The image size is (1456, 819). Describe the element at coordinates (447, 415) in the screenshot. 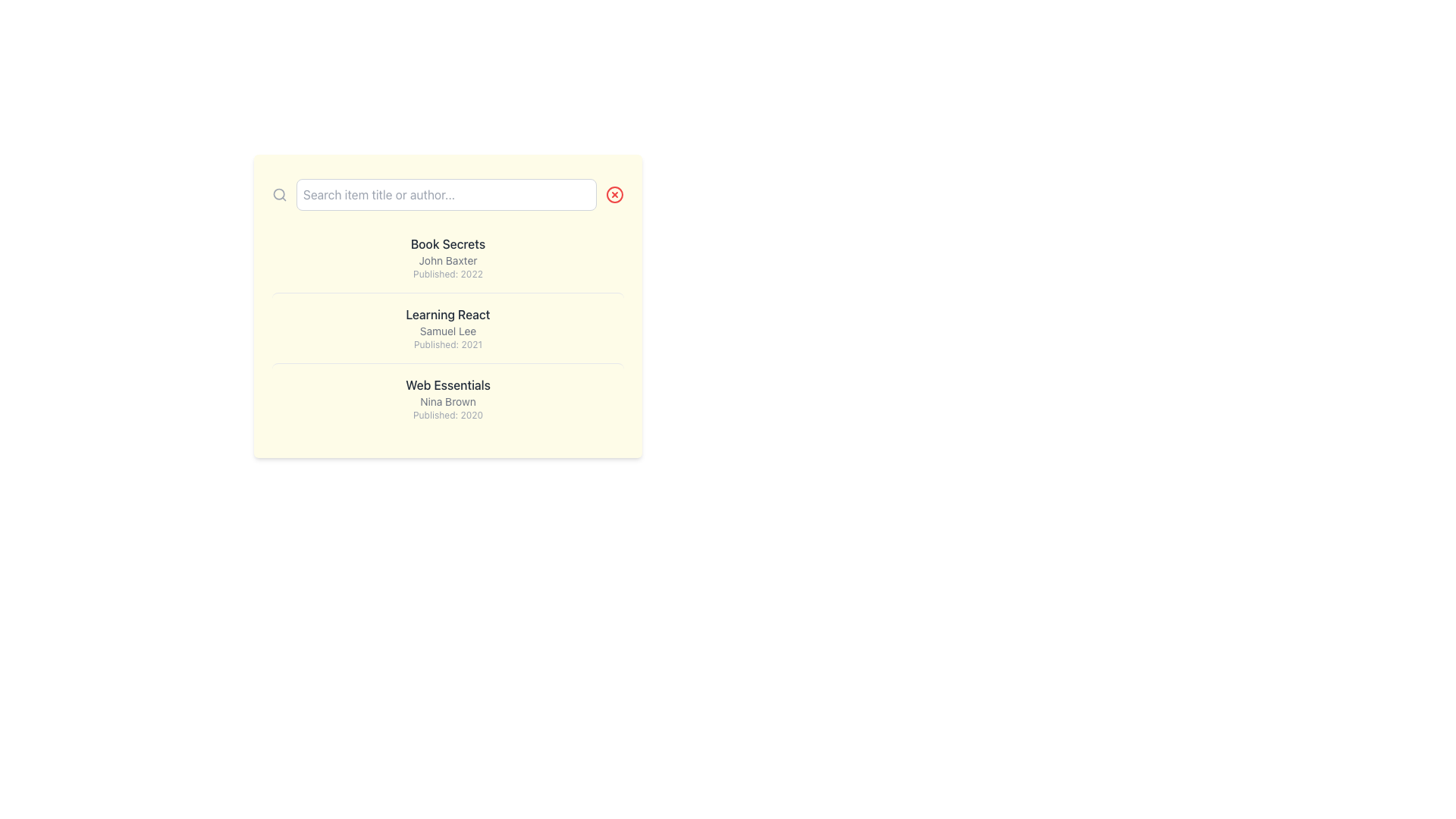

I see `the text label displaying 'Published: 2020', which is the last text component in the details for 'Web Essentials'` at that location.